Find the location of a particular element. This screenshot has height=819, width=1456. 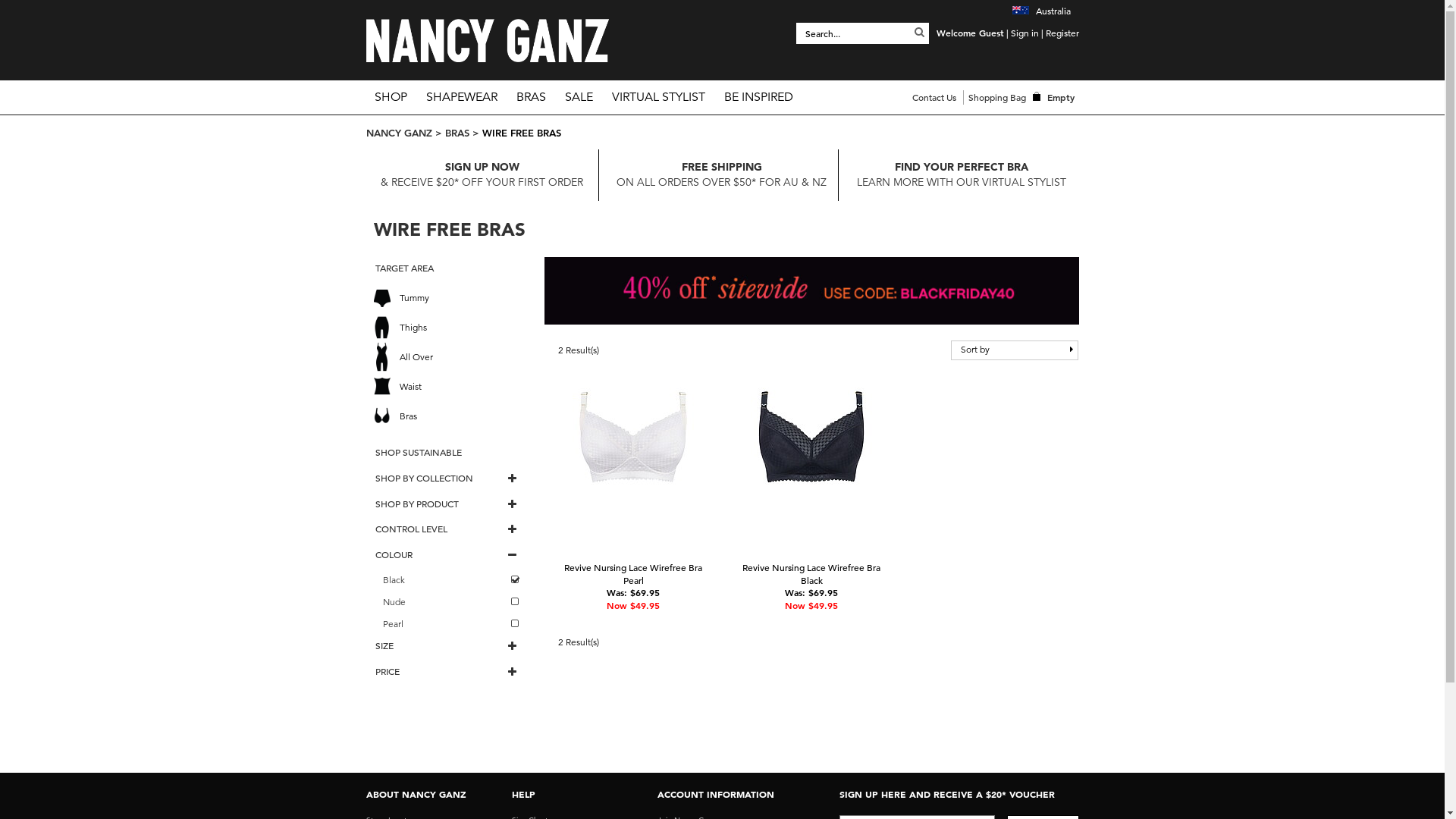

'Thighs' is located at coordinates (450, 326).